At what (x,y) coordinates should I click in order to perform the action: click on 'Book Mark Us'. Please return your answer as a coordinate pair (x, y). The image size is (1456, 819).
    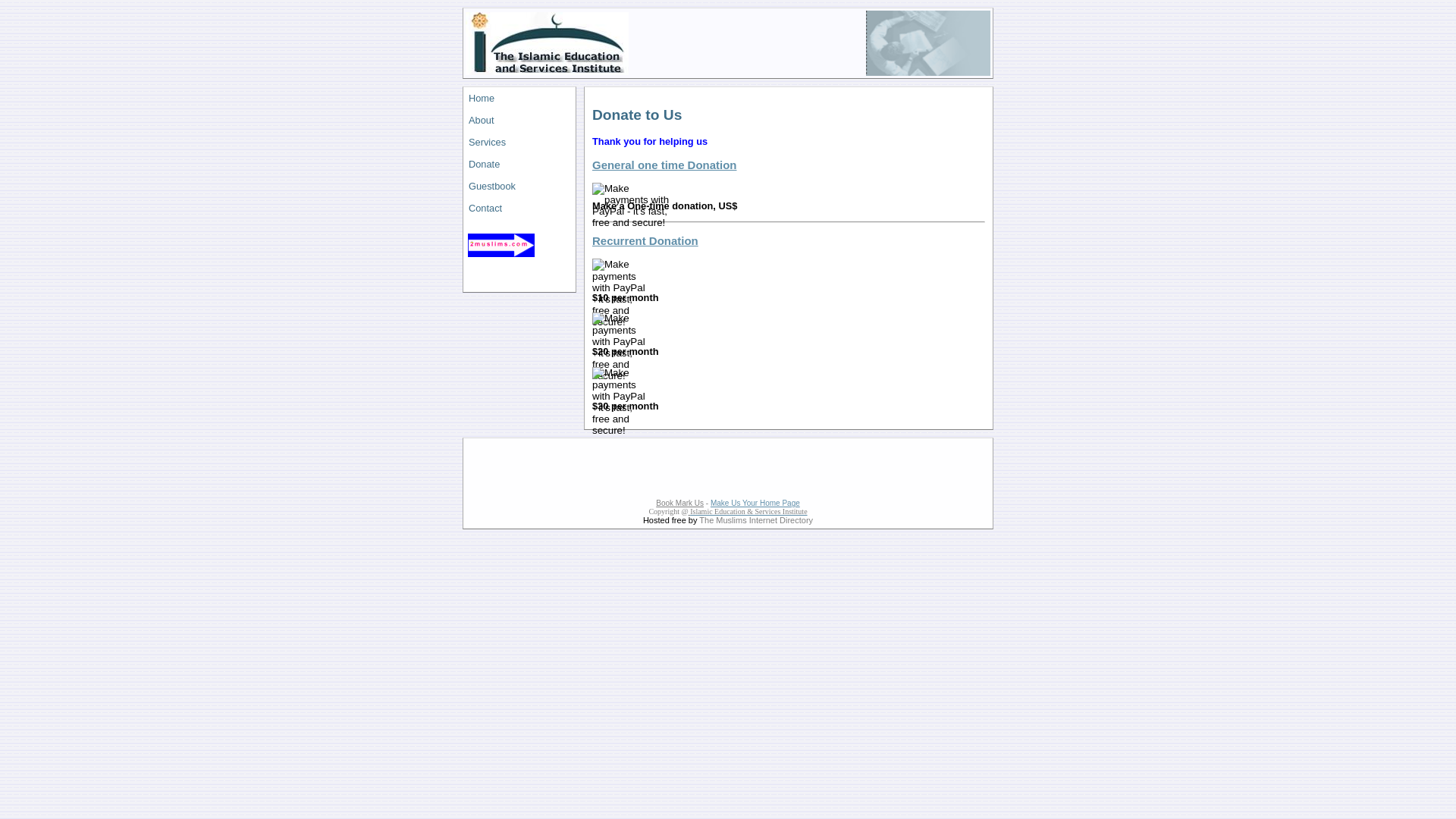
    Looking at the image, I should click on (679, 503).